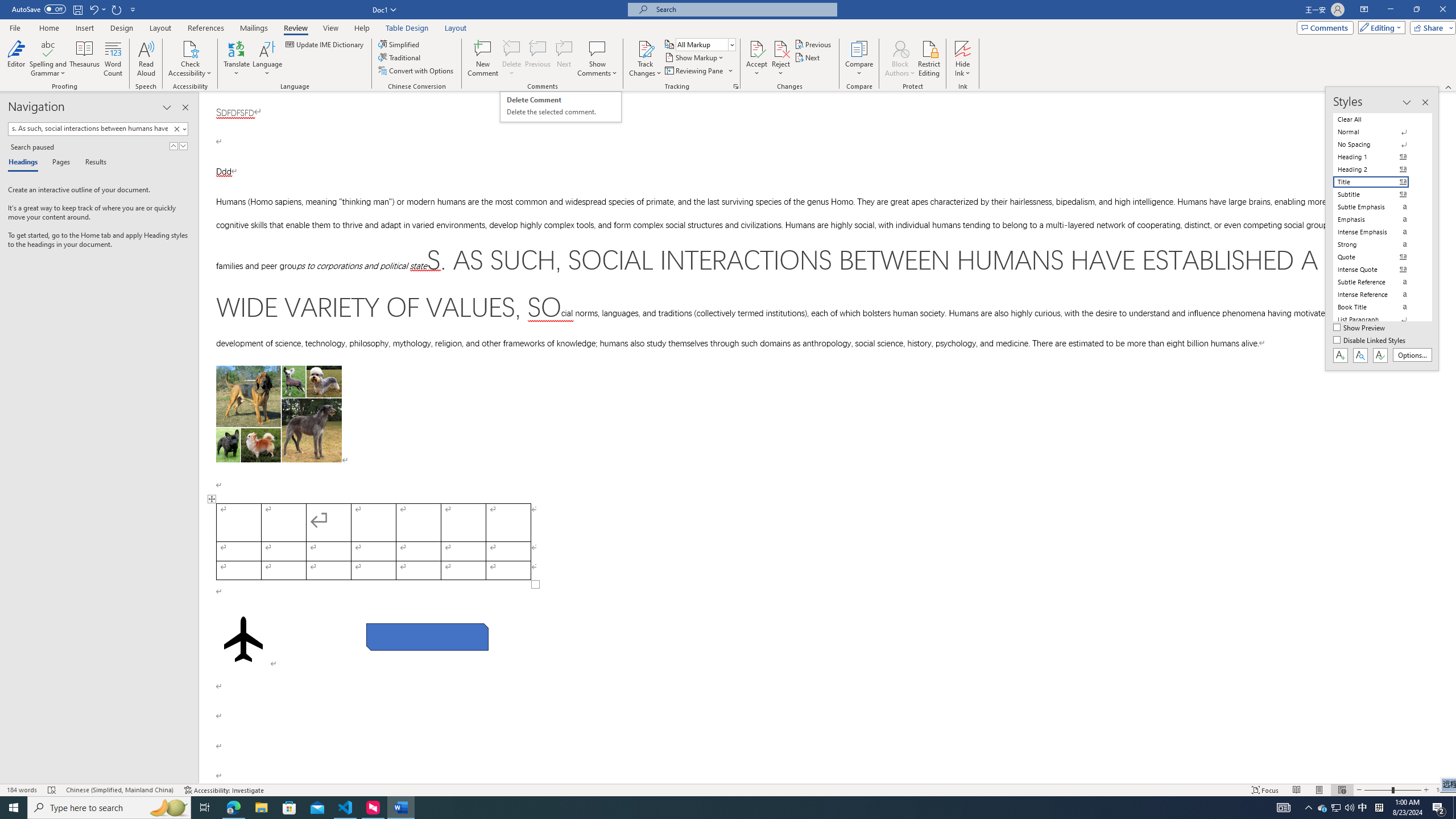 The image size is (1456, 819). Describe the element at coordinates (511, 59) in the screenshot. I see `'Delete'` at that location.